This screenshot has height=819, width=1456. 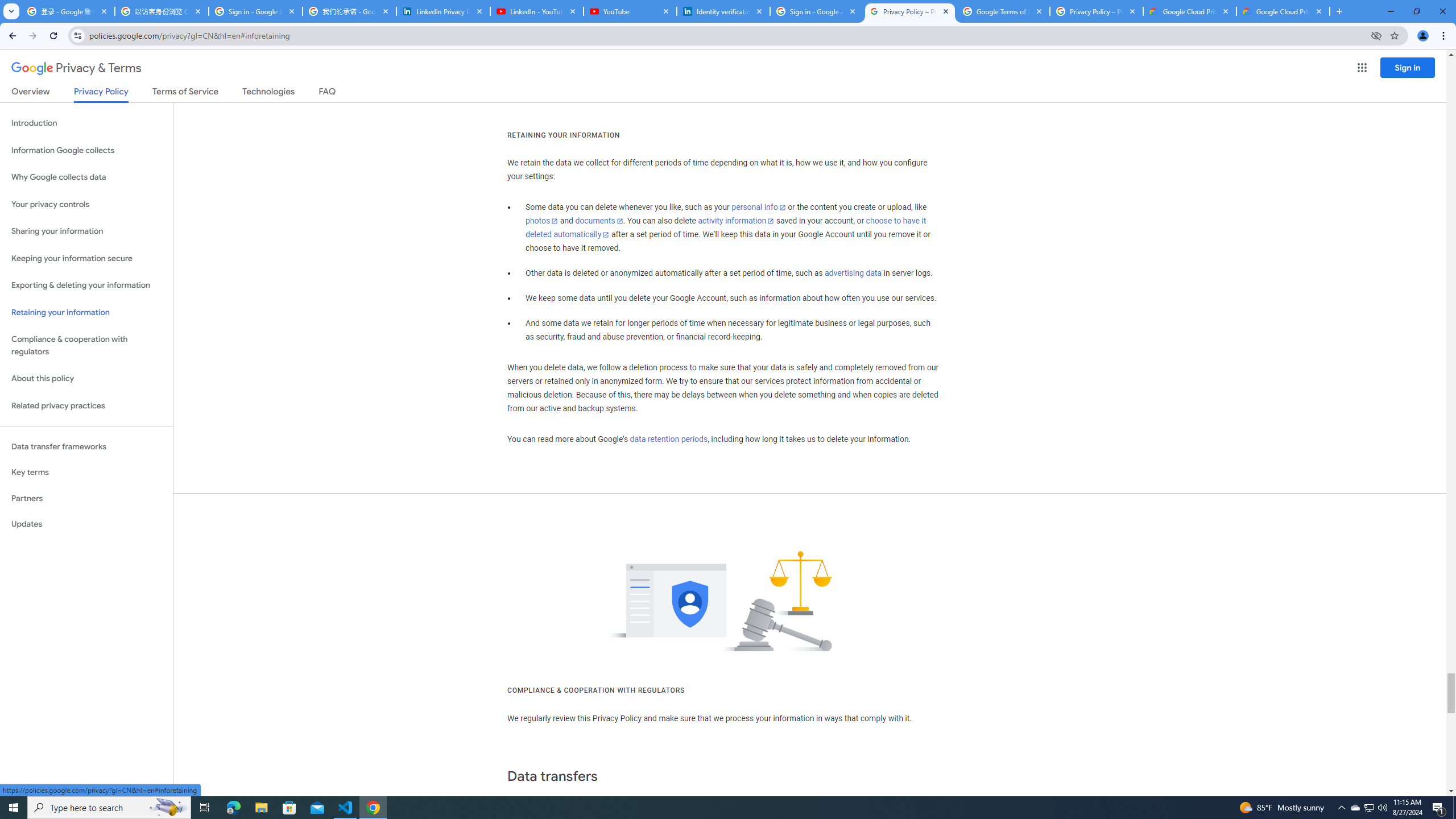 I want to click on 'Your privacy controls', so click(x=86, y=205).